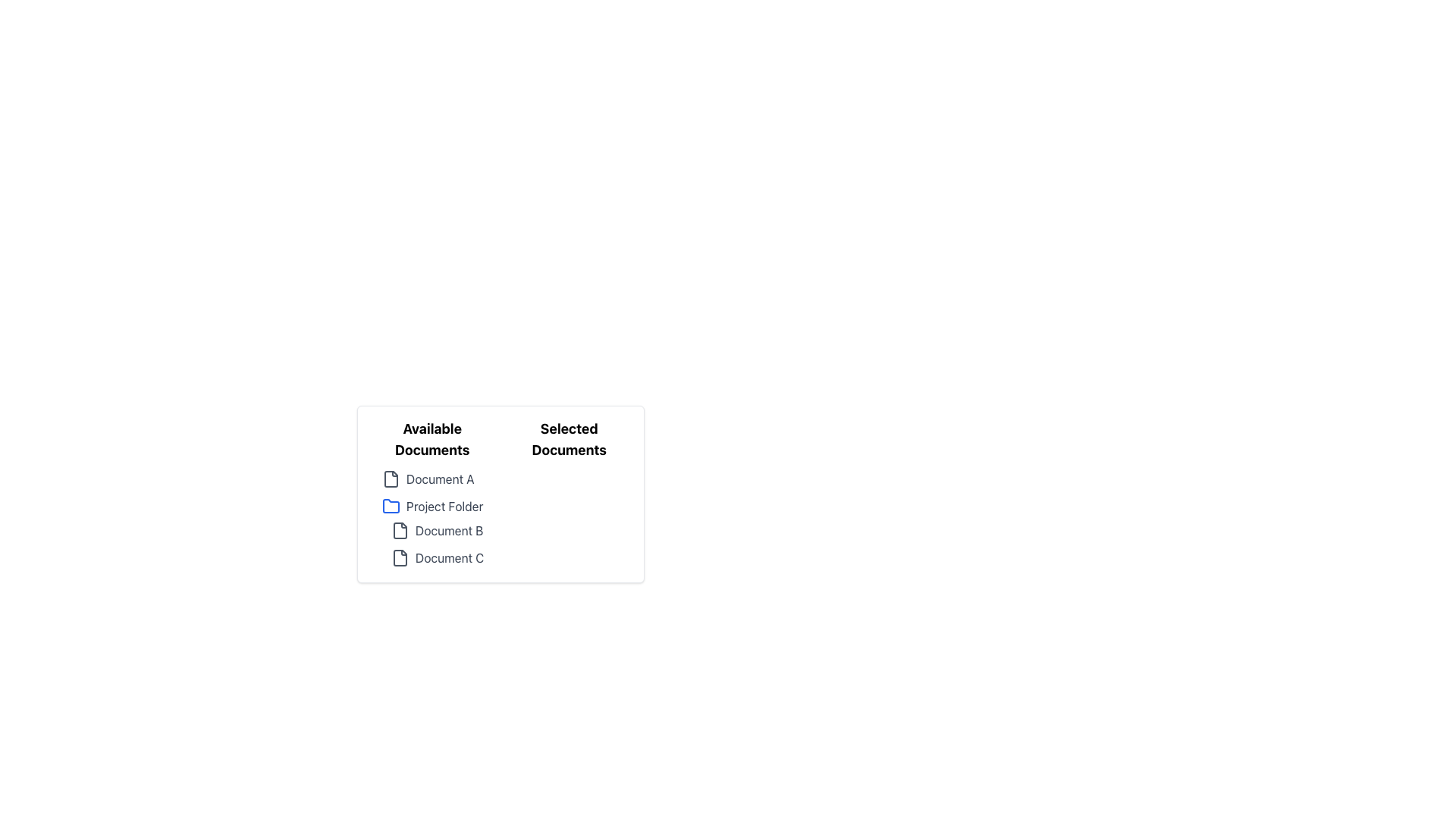  What do you see at coordinates (441, 529) in the screenshot?
I see `to select the list item labeled 'Document B' under the 'Available Documents' column in the interface` at bounding box center [441, 529].